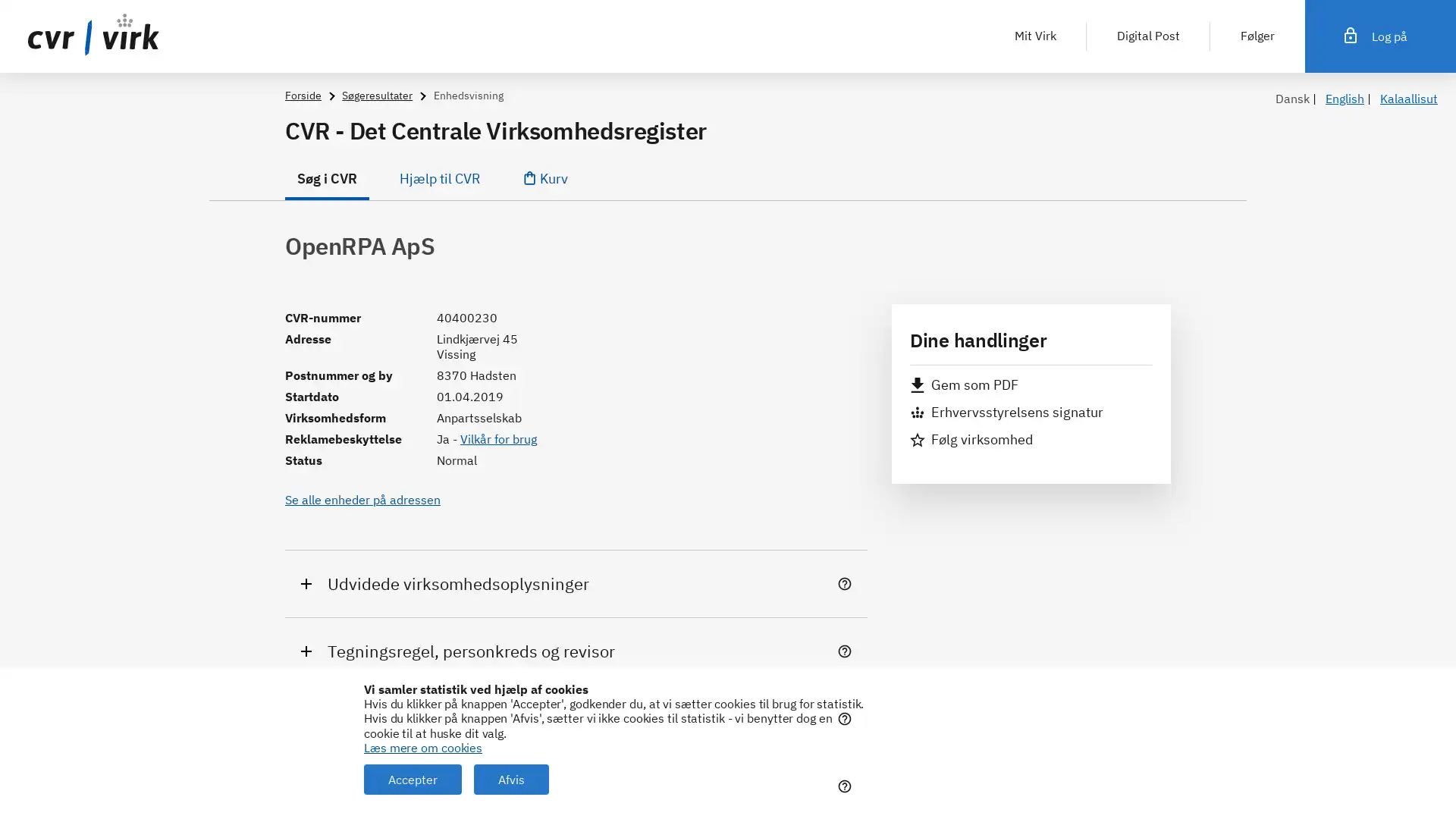 This screenshot has height=819, width=1456. What do you see at coordinates (575, 650) in the screenshot?
I see `Tegningsregel, personkreds og revisor` at bounding box center [575, 650].